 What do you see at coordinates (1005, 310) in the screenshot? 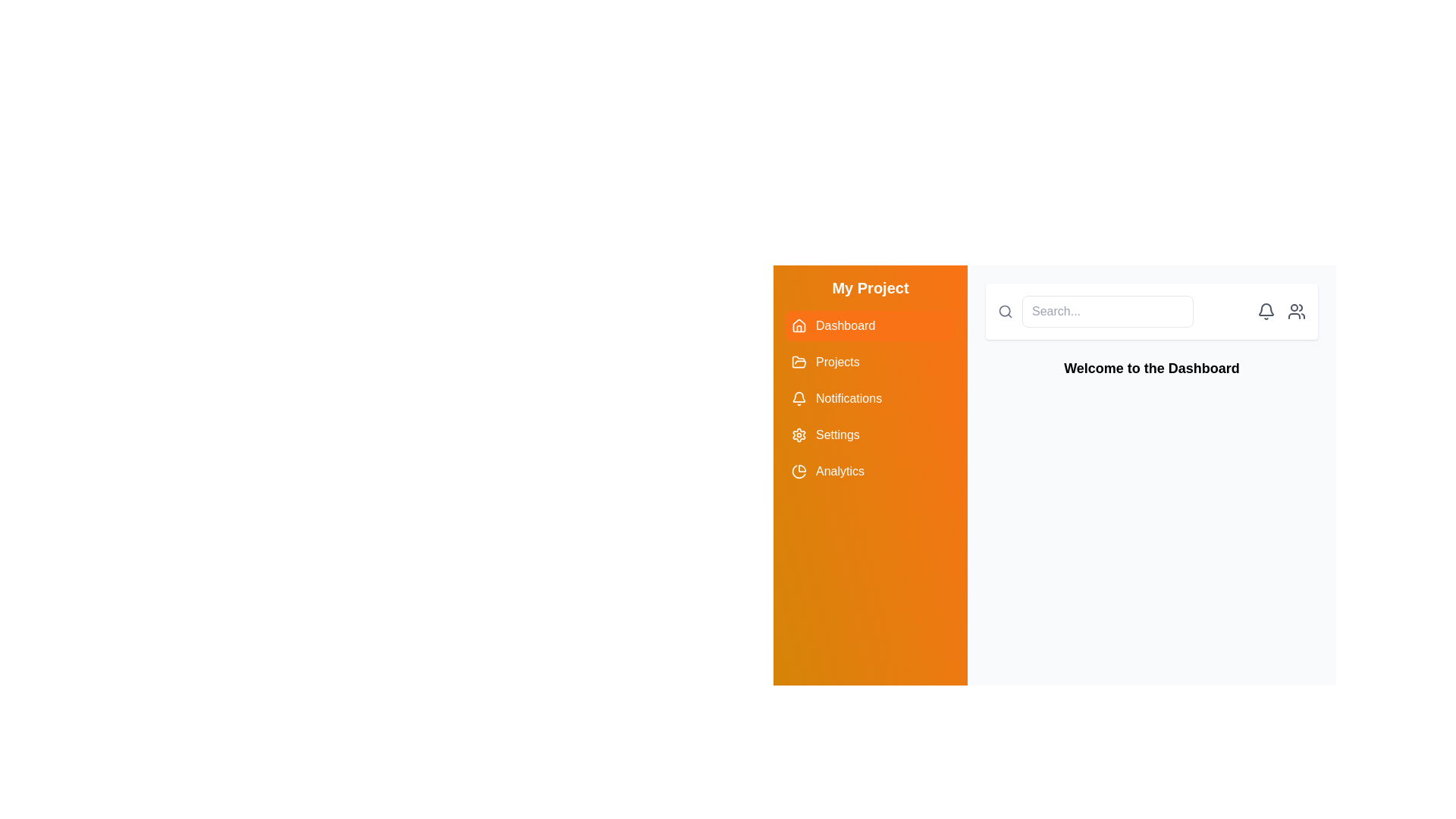
I see `the circular part of the magnifying glass icon located in the top-right section of the interface, which signifies the search functionality` at bounding box center [1005, 310].